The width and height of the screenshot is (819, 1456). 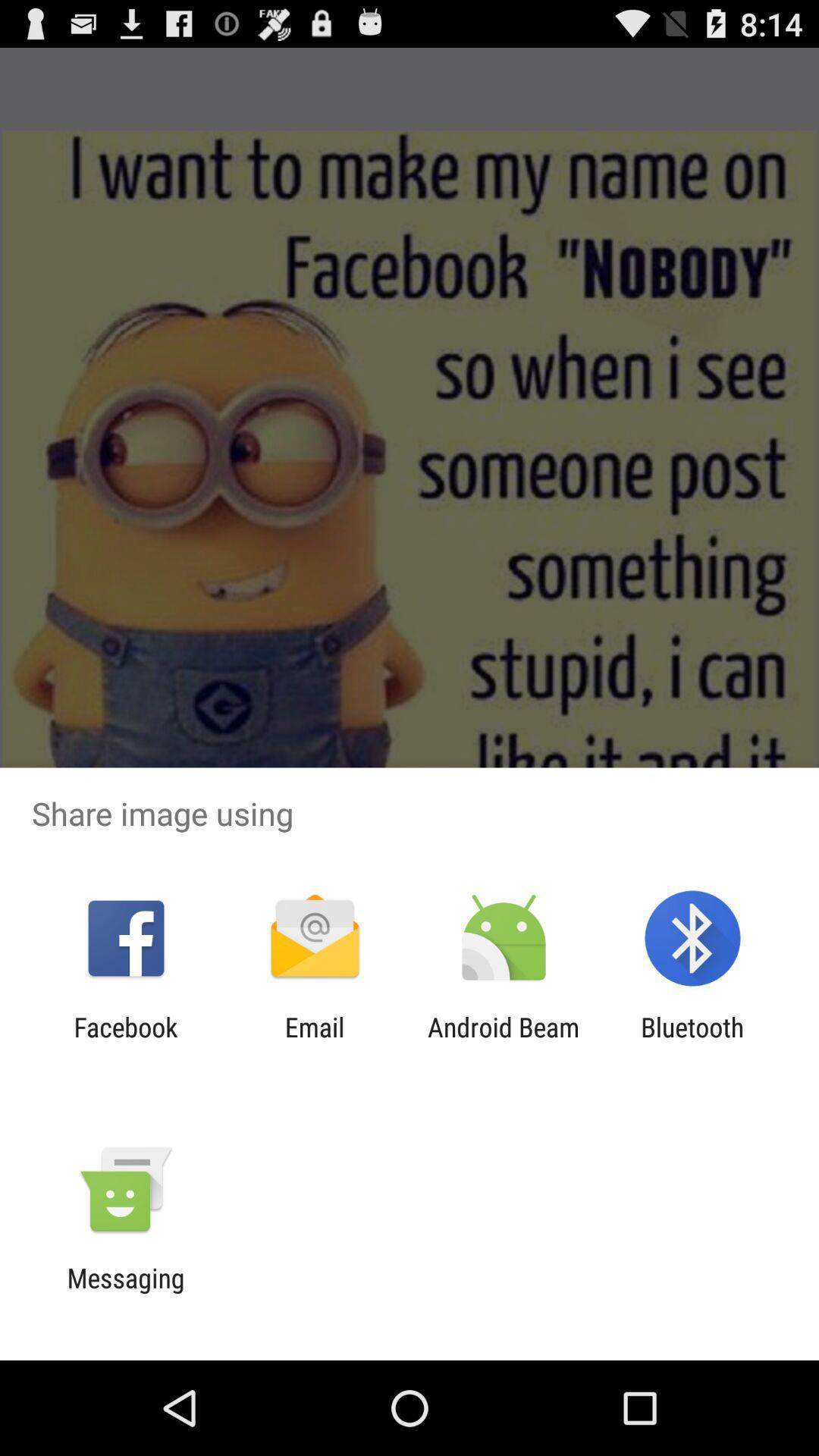 What do you see at coordinates (314, 1042) in the screenshot?
I see `the icon next to the facebook app` at bounding box center [314, 1042].